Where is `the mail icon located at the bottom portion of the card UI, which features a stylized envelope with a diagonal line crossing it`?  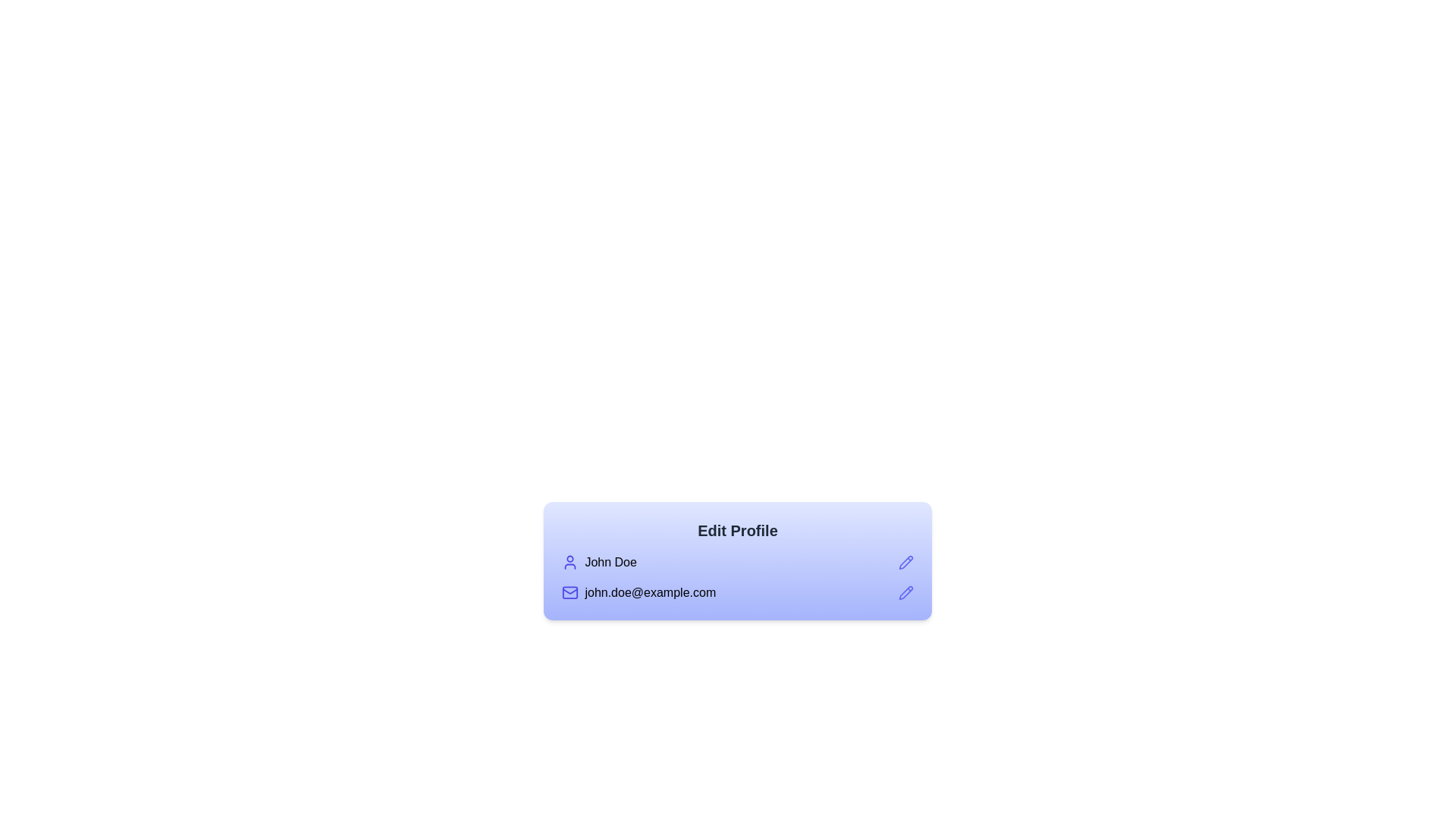
the mail icon located at the bottom portion of the card UI, which features a stylized envelope with a diagonal line crossing it is located at coordinates (570, 591).